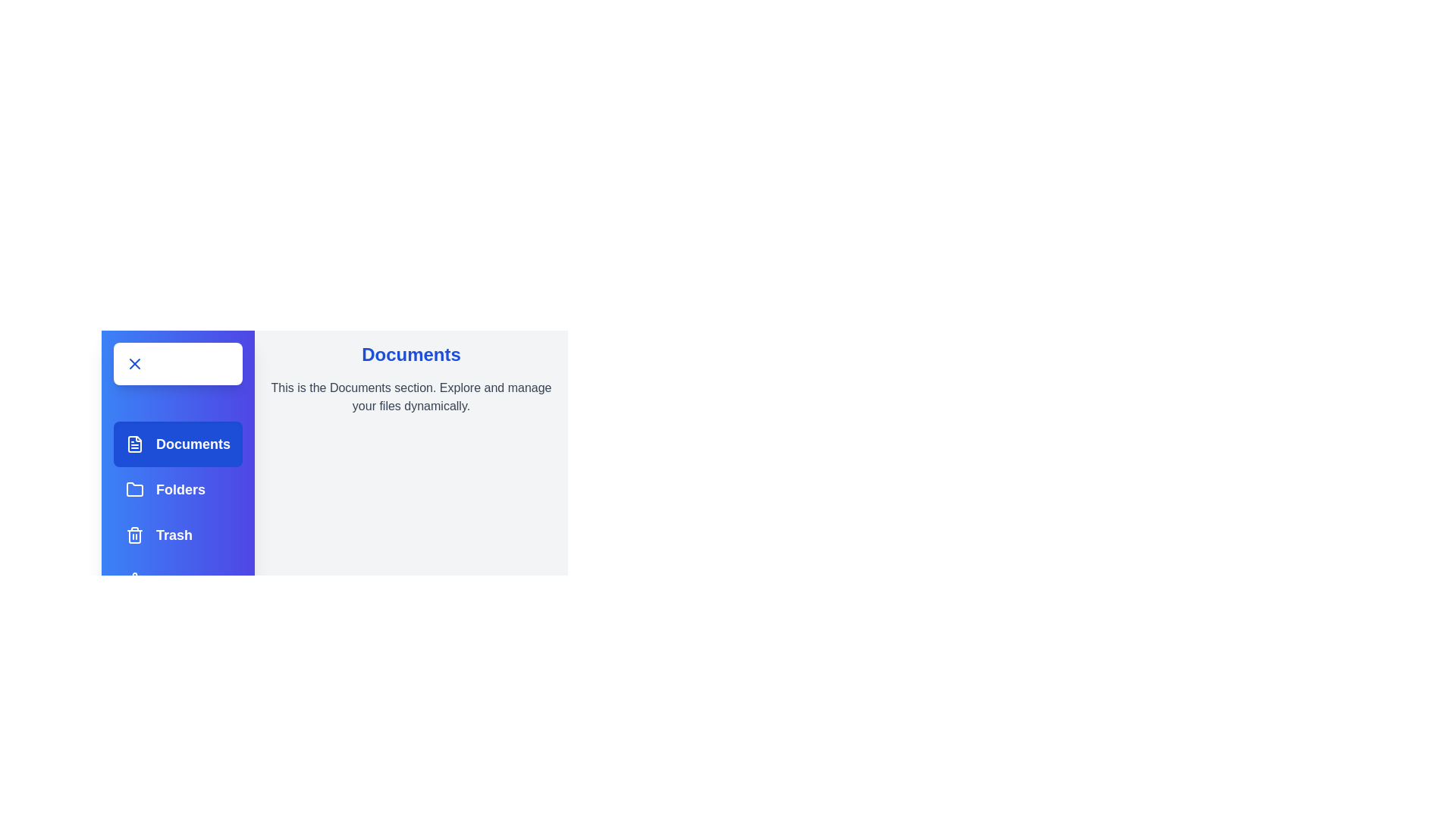 This screenshot has width=1456, height=819. What do you see at coordinates (178, 534) in the screenshot?
I see `the section Trash in the drawer` at bounding box center [178, 534].